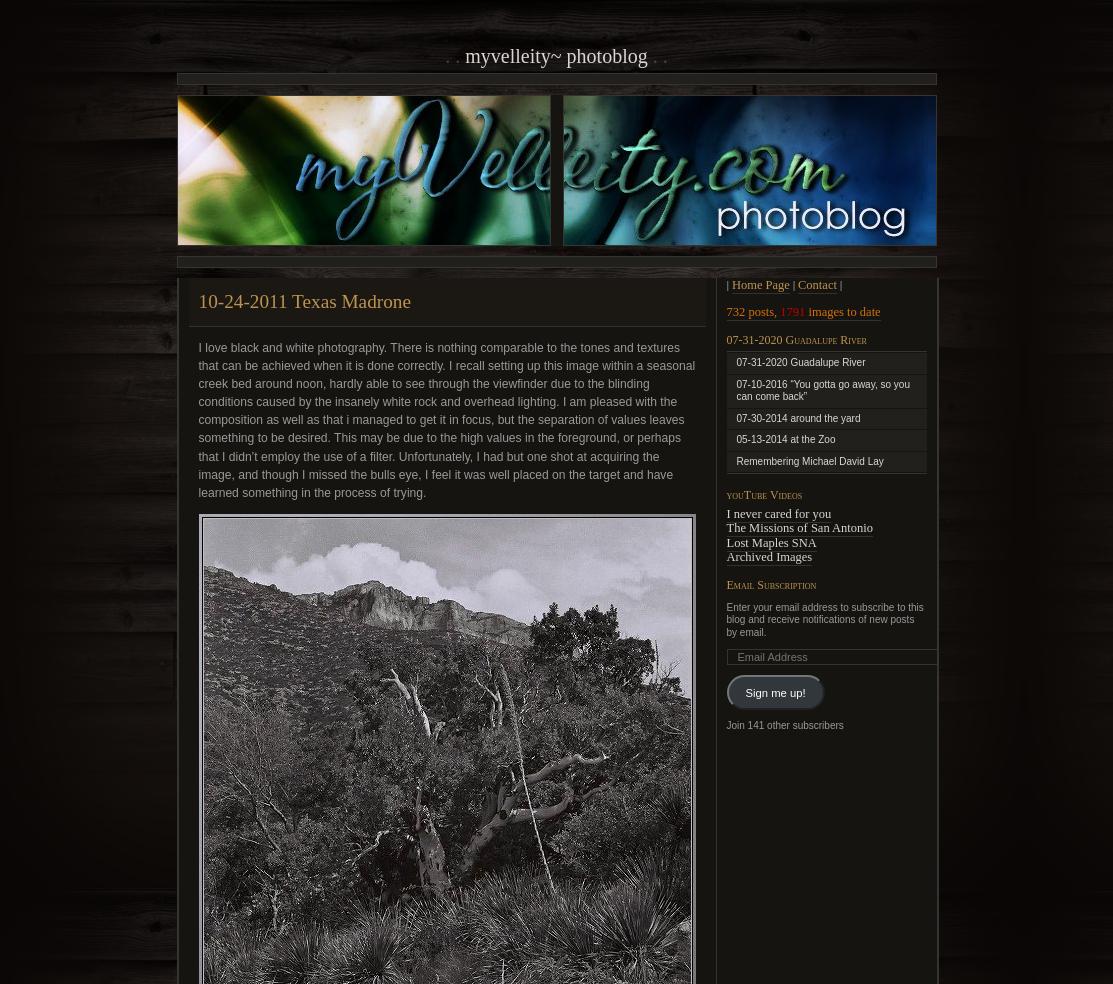 The image size is (1113, 984). I want to click on 'Remembering Michael David Lay', so click(809, 460).